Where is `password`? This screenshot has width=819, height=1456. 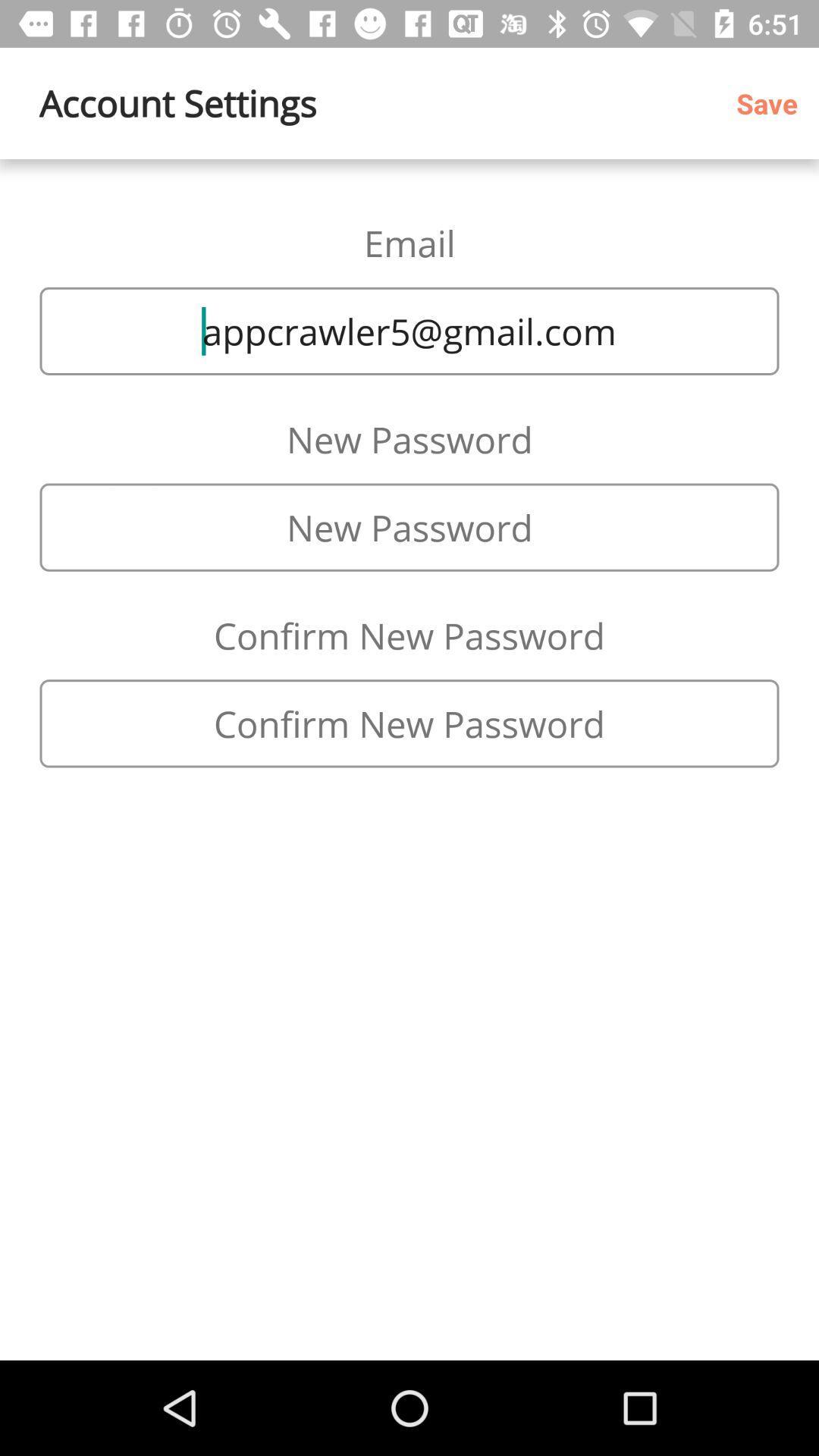 password is located at coordinates (409, 527).